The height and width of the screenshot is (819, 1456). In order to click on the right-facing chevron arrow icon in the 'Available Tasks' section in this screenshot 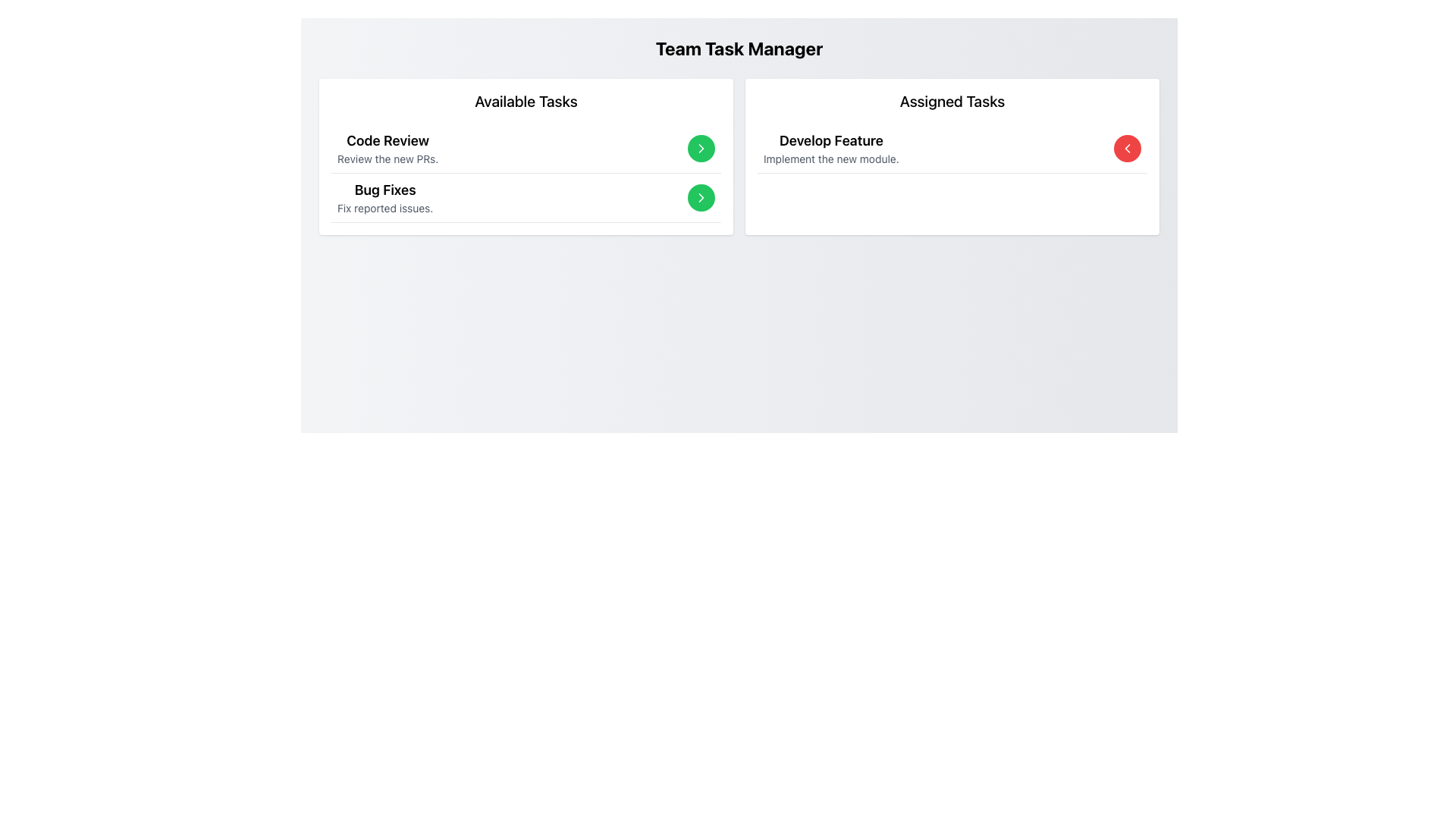, I will do `click(701, 149)`.